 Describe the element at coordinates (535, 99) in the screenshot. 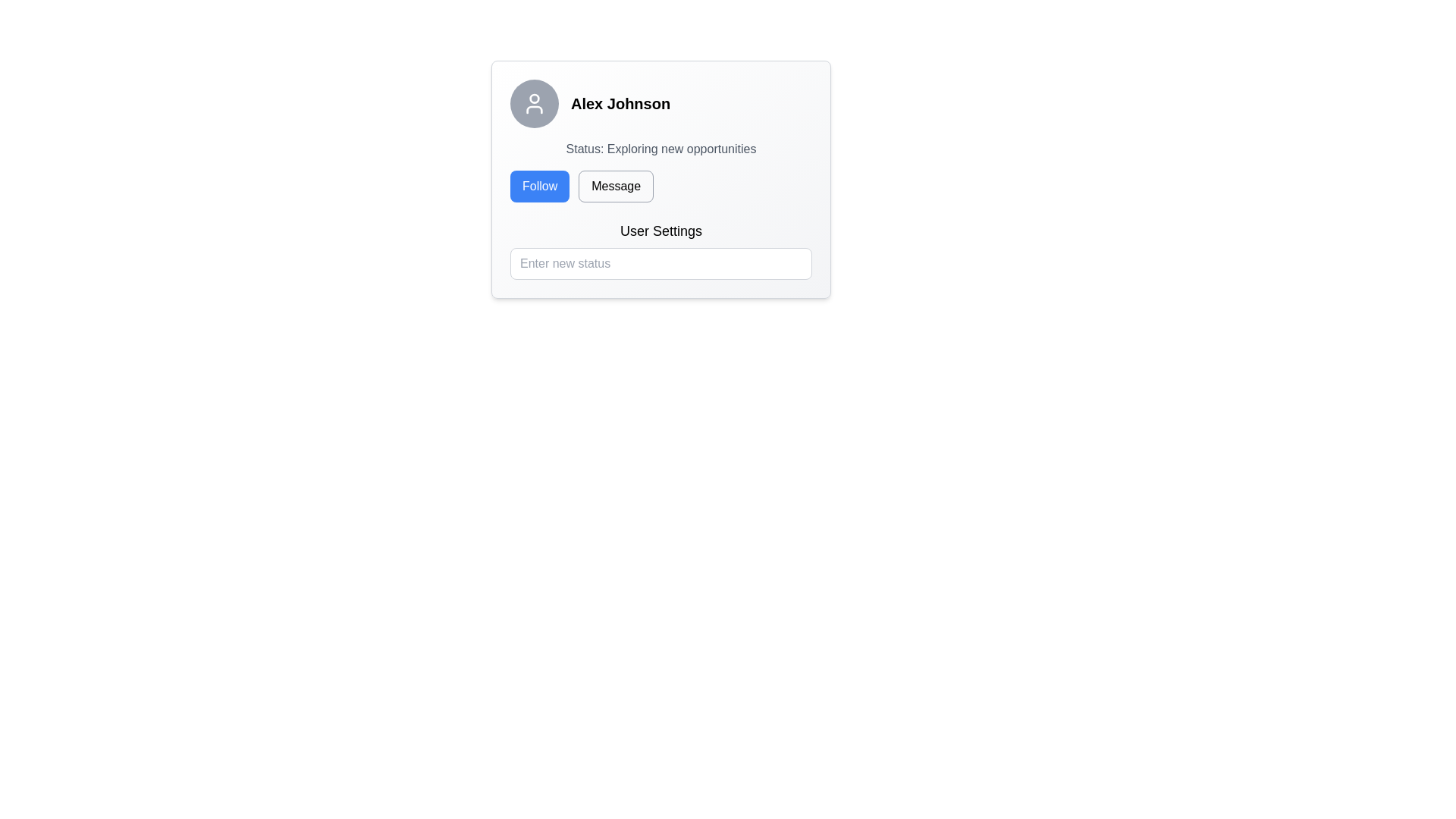

I see `the small circle located within the user profile icon at the top center of the interface card, which represents the profile of Alex Johnson` at that location.